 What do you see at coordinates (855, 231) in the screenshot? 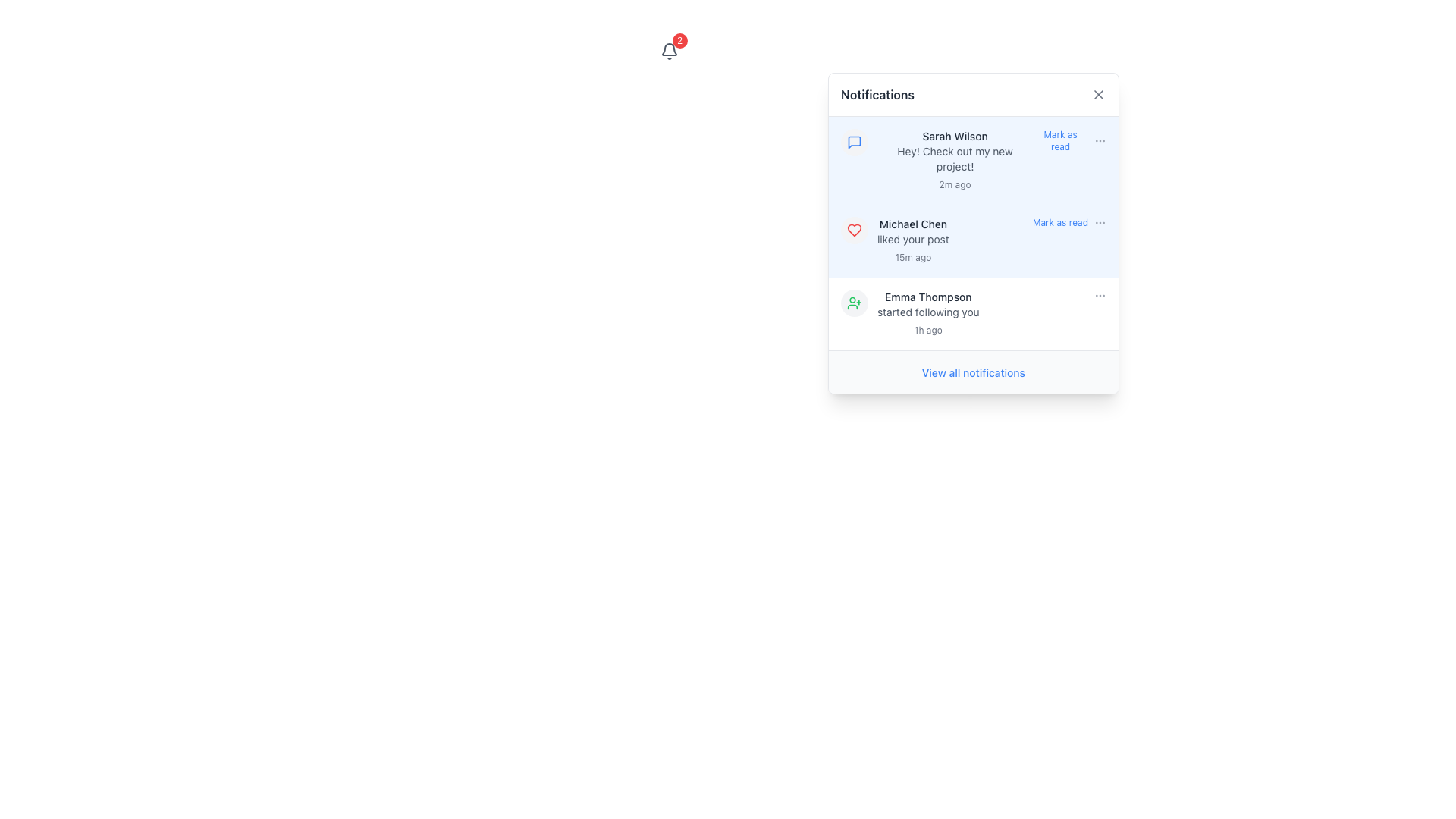
I see `the 'like' or 'favorite' icon, which is styled as a circular button with a light gray background and located near the top-right corner of the interface` at bounding box center [855, 231].